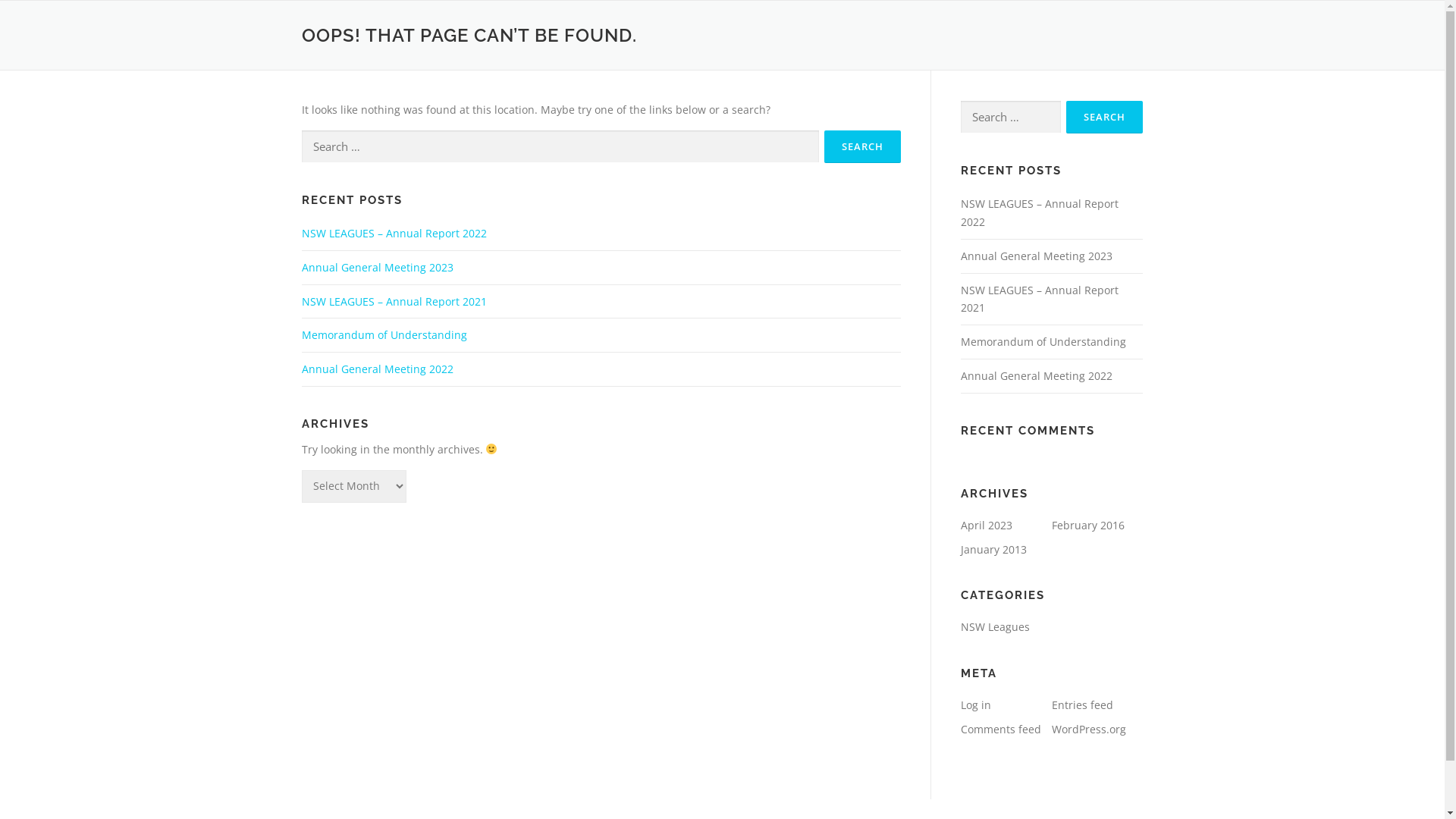 The width and height of the screenshot is (1456, 819). Describe the element at coordinates (384, 334) in the screenshot. I see `'Memorandum of Understanding'` at that location.